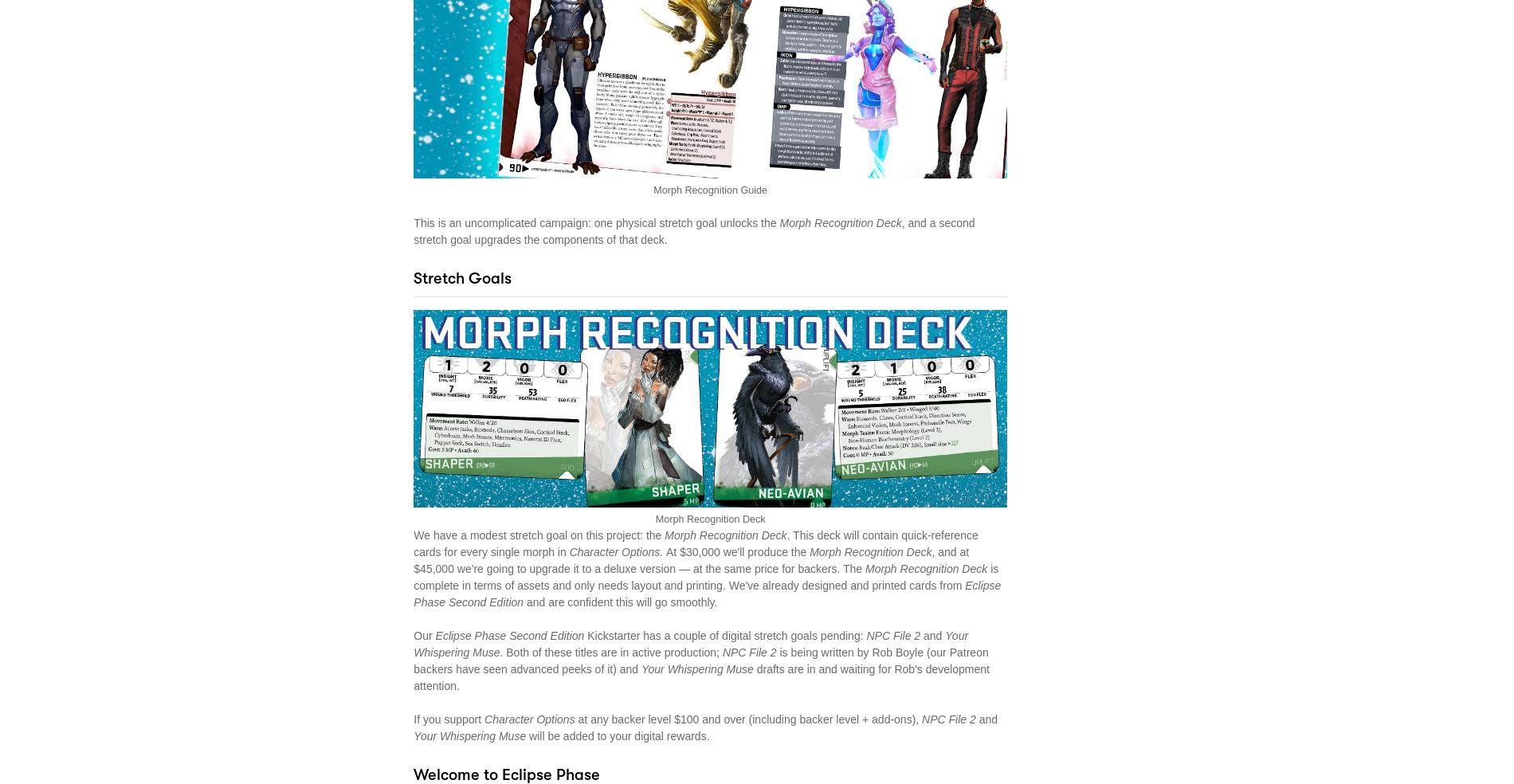  What do you see at coordinates (595, 222) in the screenshot?
I see `'This is an uncomplicated campaign: one physical stretch goal unlocks the'` at bounding box center [595, 222].